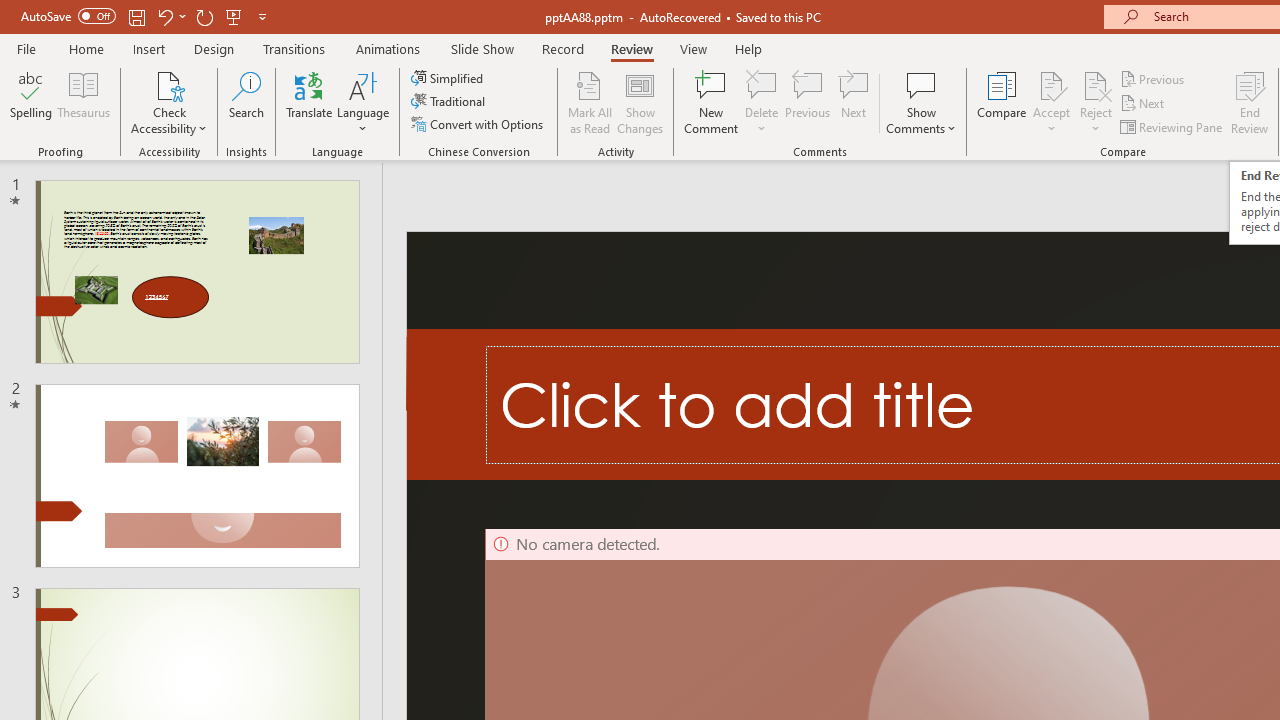 This screenshot has width=1280, height=720. What do you see at coordinates (711, 103) in the screenshot?
I see `'New Comment'` at bounding box center [711, 103].